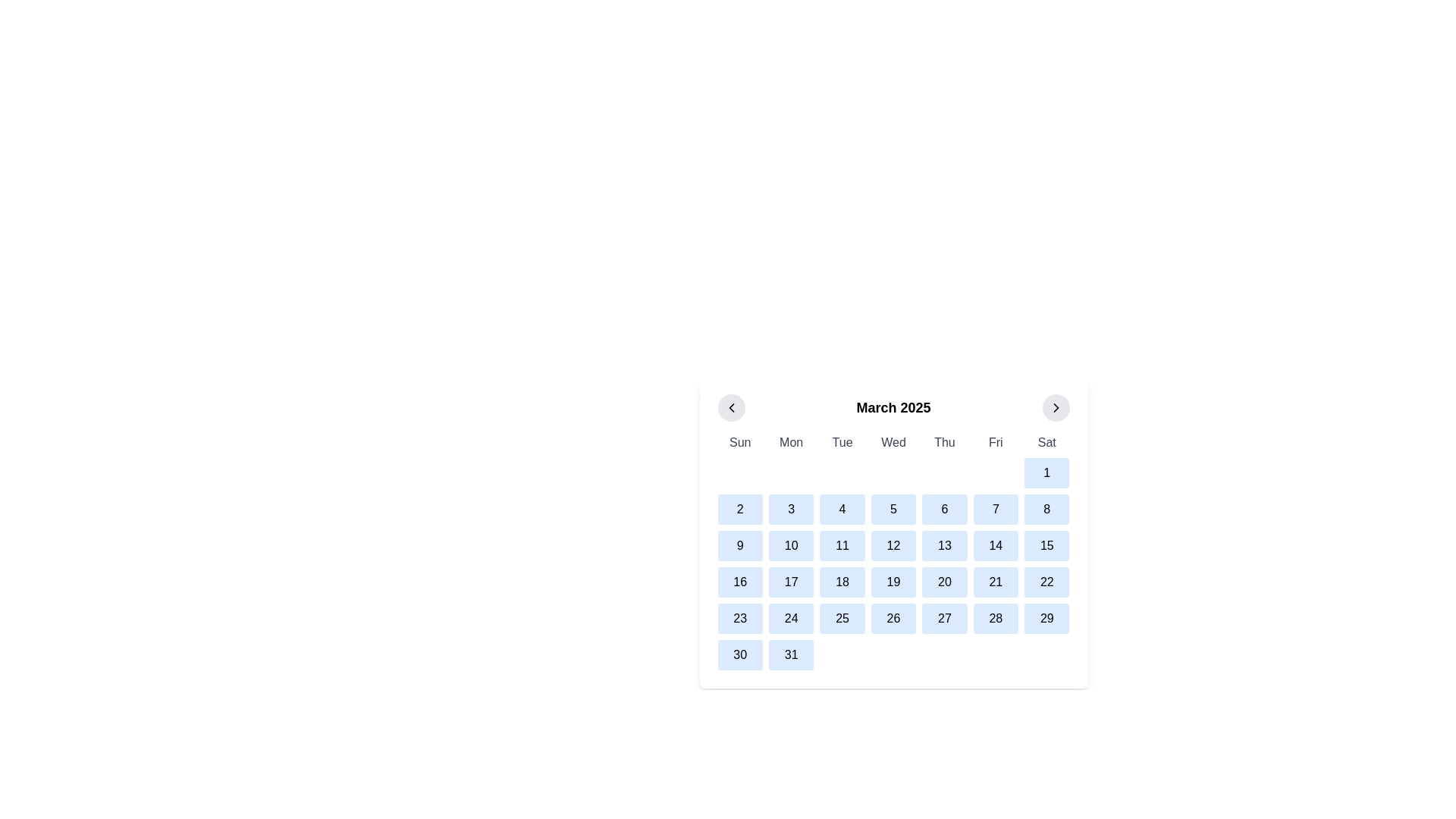 The height and width of the screenshot is (819, 1456). I want to click on the right-facing chevron icon in the calendar header, so click(1055, 406).